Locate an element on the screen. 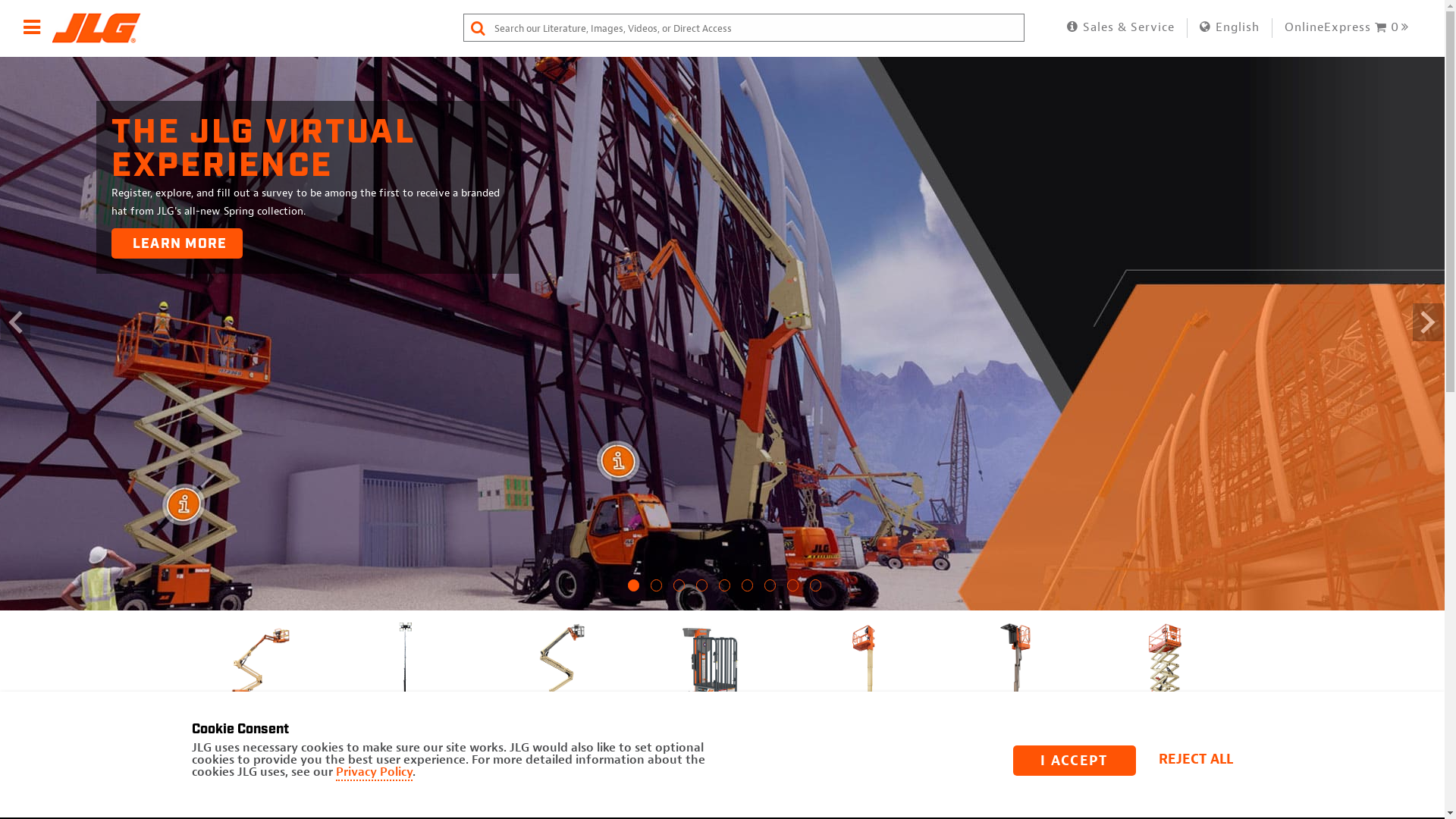  'Engine Powered Boom Lifts' is located at coordinates (255, 681).